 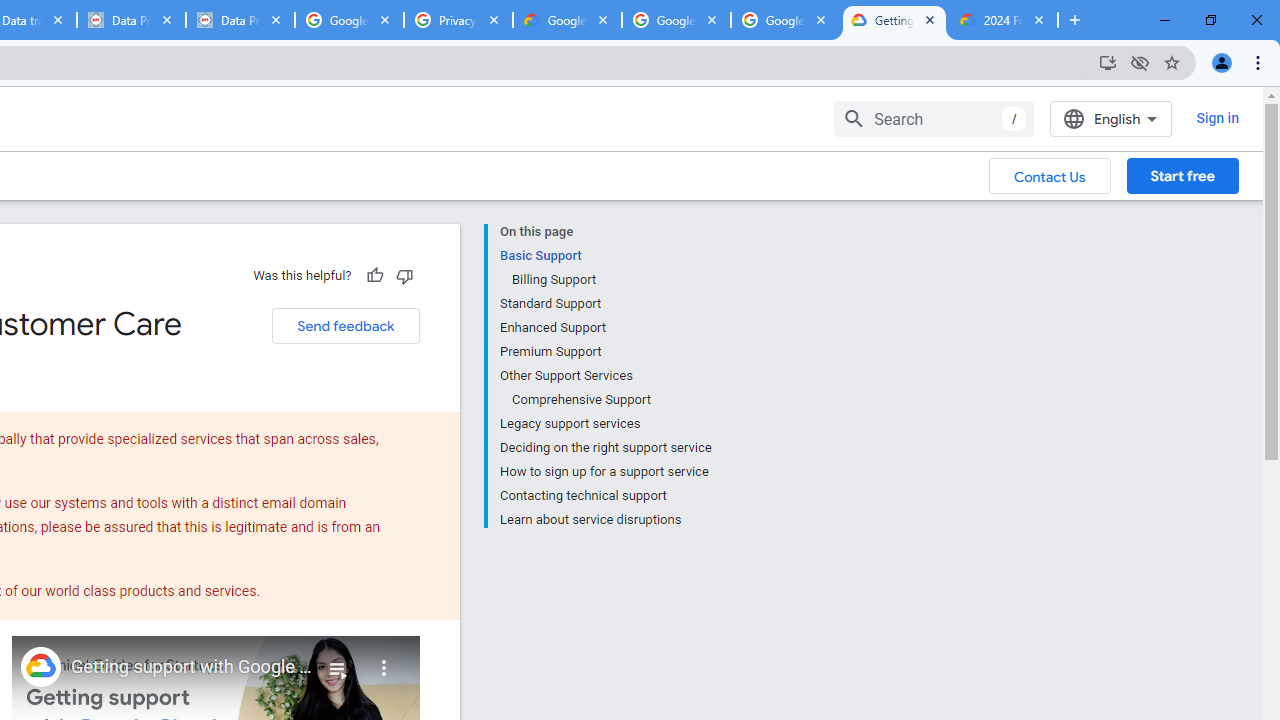 I want to click on 'Getting support with Google Cloud Customer Care', so click(x=192, y=667).